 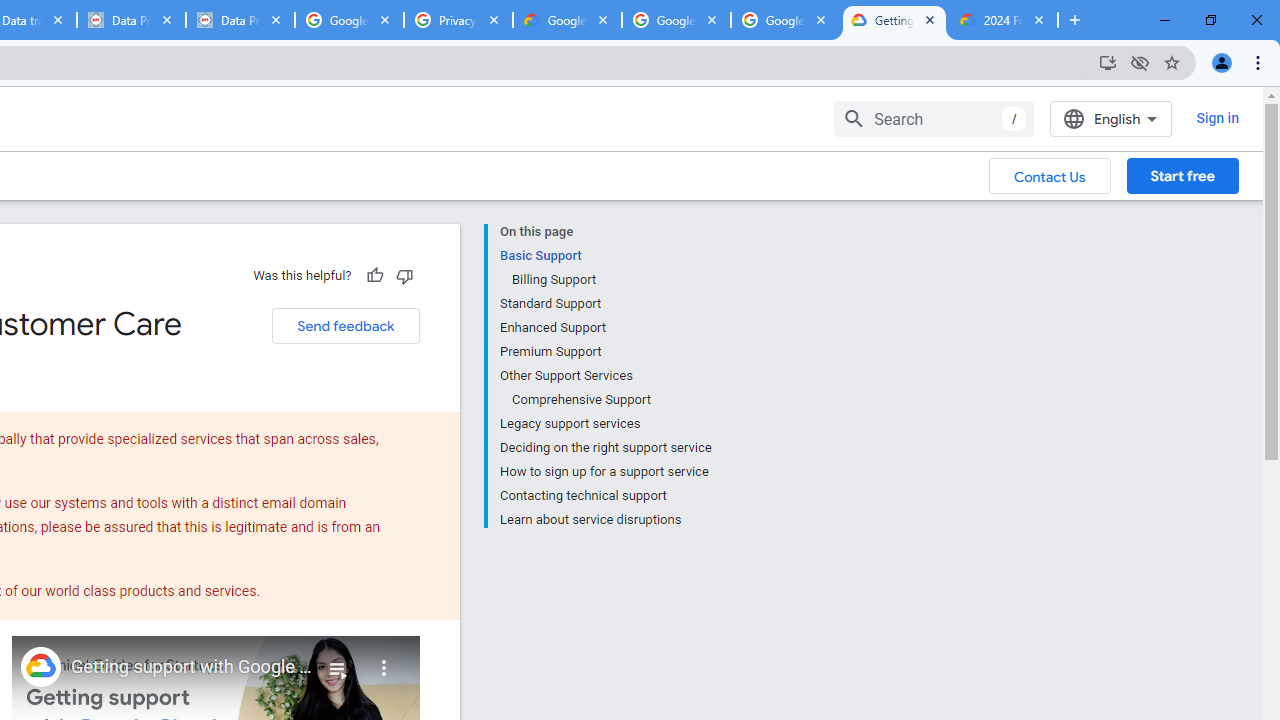 I want to click on 'Getting support with Google Cloud Customer Care', so click(x=192, y=667).